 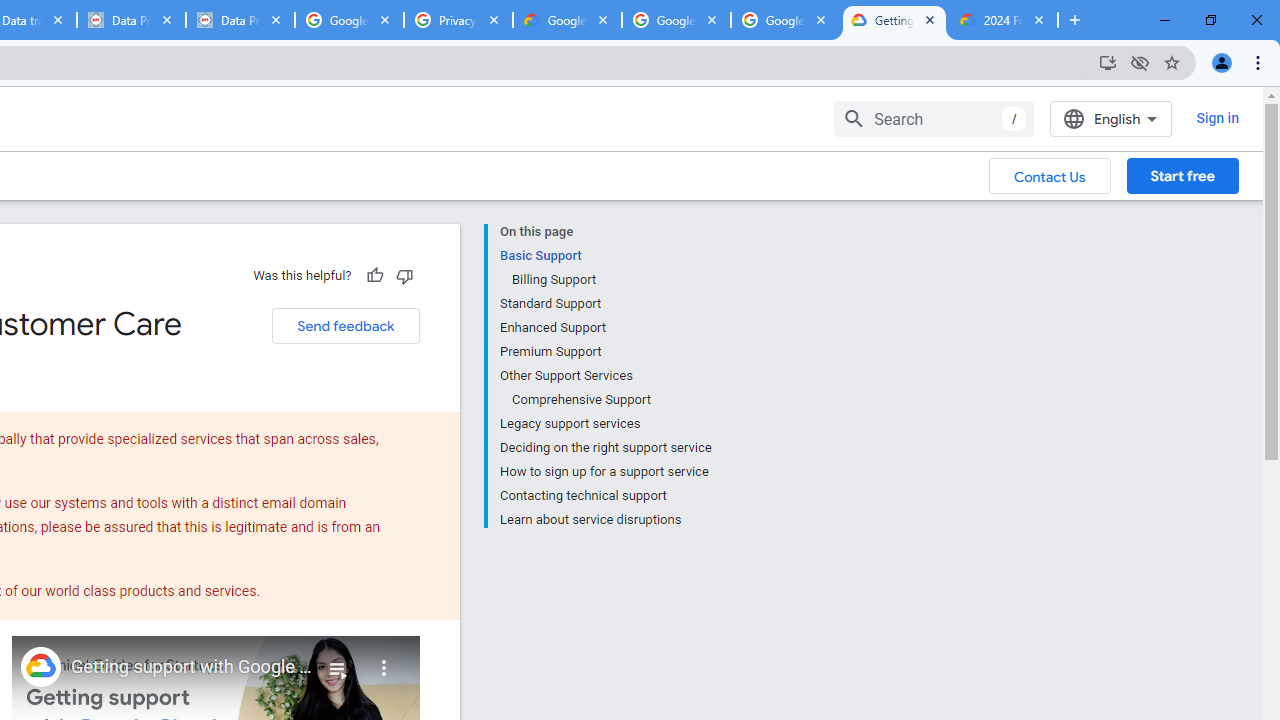 I want to click on 'Getting support with Google Cloud Customer Care', so click(x=192, y=667).